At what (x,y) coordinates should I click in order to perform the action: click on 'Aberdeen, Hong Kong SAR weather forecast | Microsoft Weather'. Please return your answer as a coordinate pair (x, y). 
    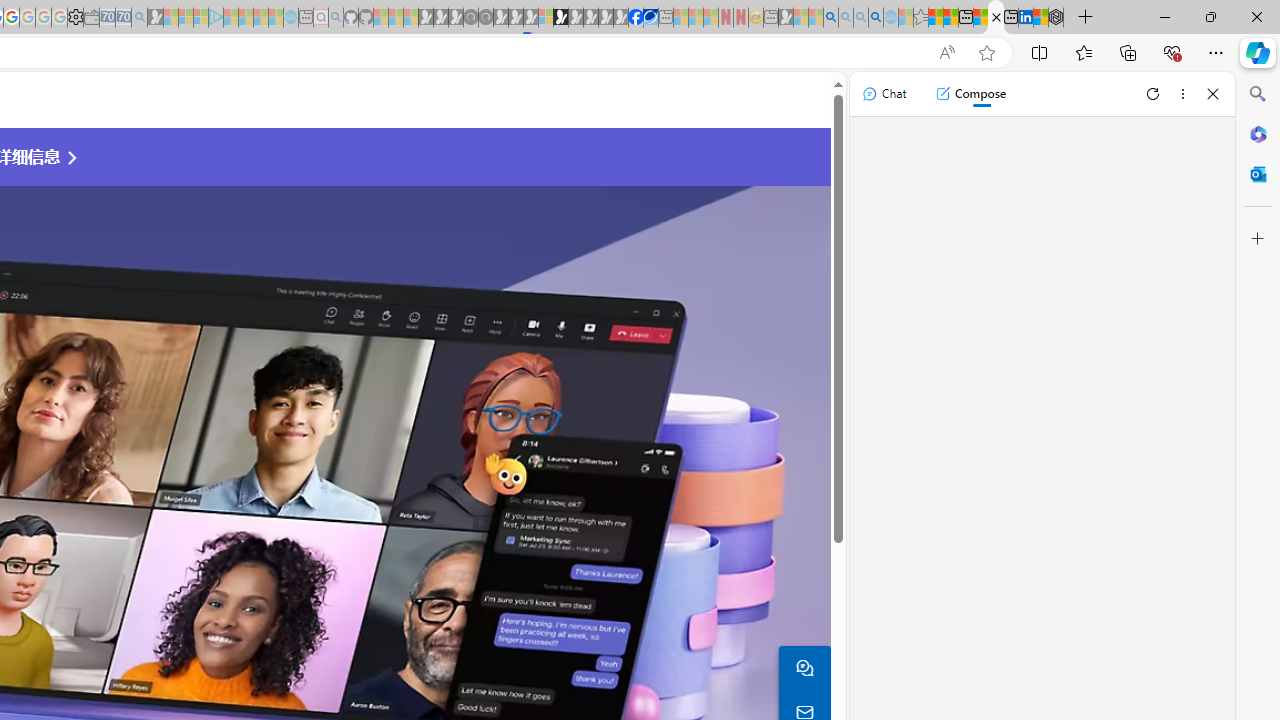
    Looking at the image, I should click on (949, 17).